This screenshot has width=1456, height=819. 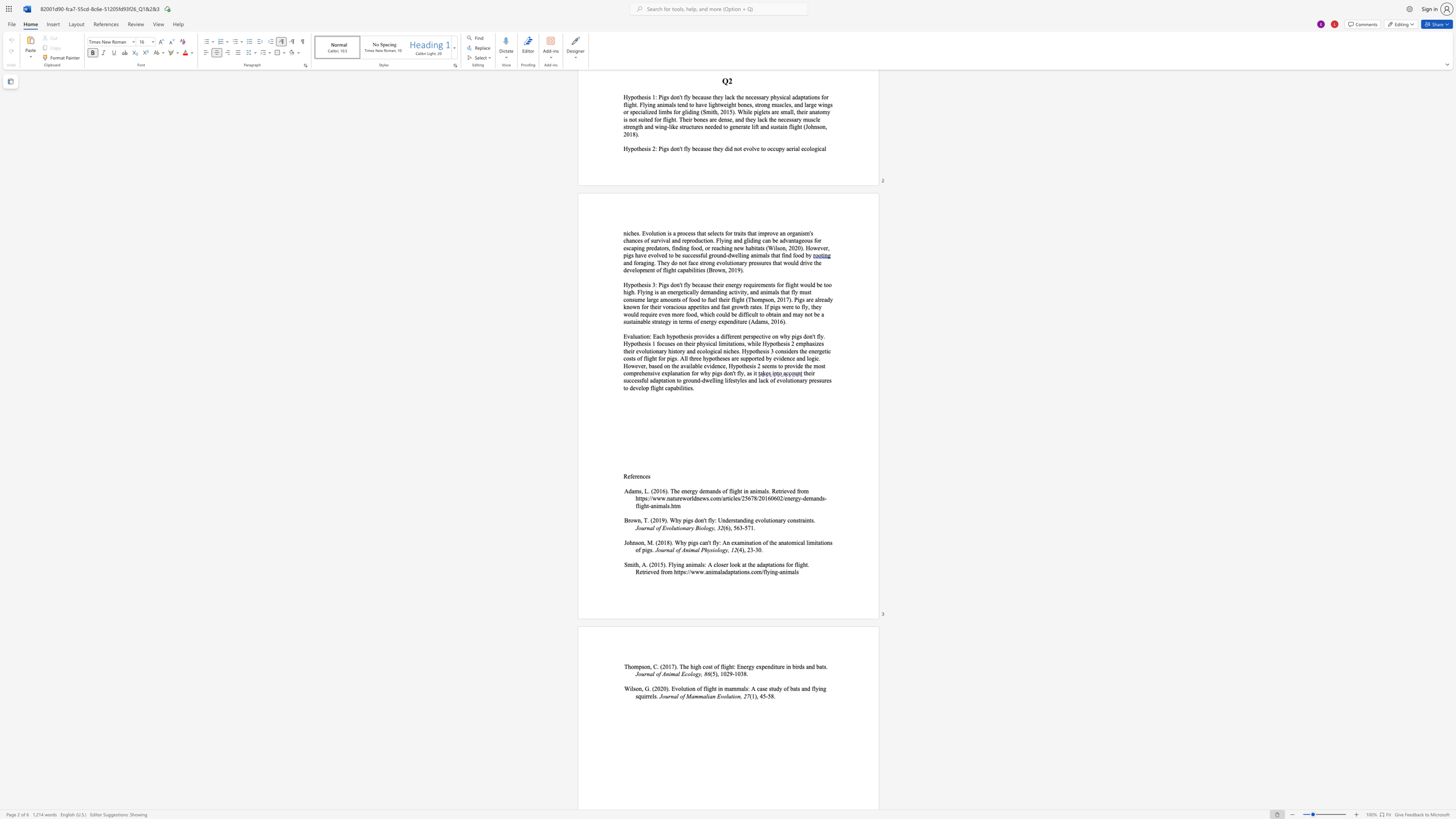 I want to click on the subset text "019). Why pi" within the text "Brown, T. (2019). Why pigs", so click(x=655, y=519).